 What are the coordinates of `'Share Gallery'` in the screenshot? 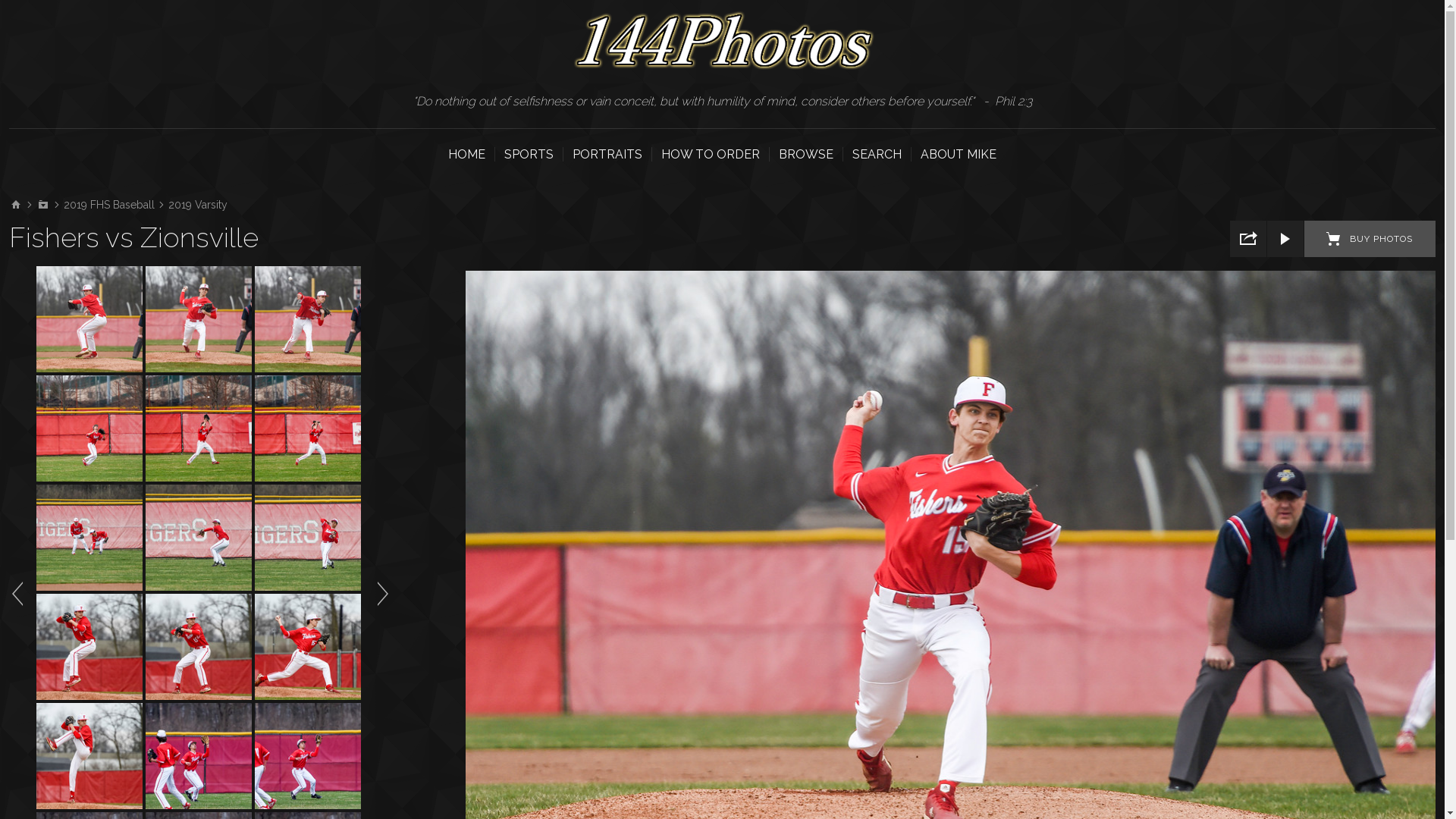 It's located at (1230, 239).